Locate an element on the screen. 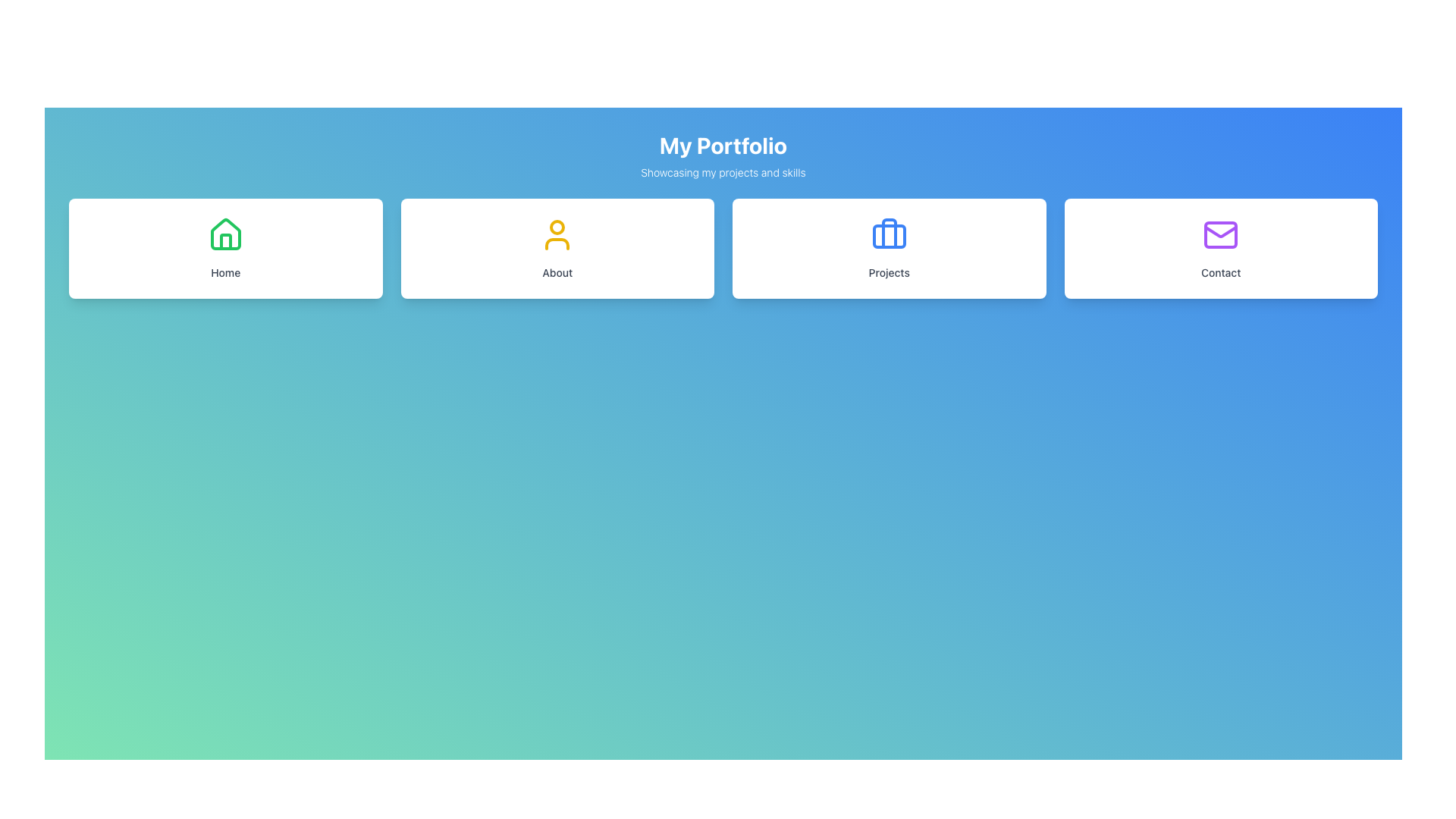 This screenshot has width=1456, height=819. the mailing icon located at the top-center of the 'Contact' card is located at coordinates (1221, 234).